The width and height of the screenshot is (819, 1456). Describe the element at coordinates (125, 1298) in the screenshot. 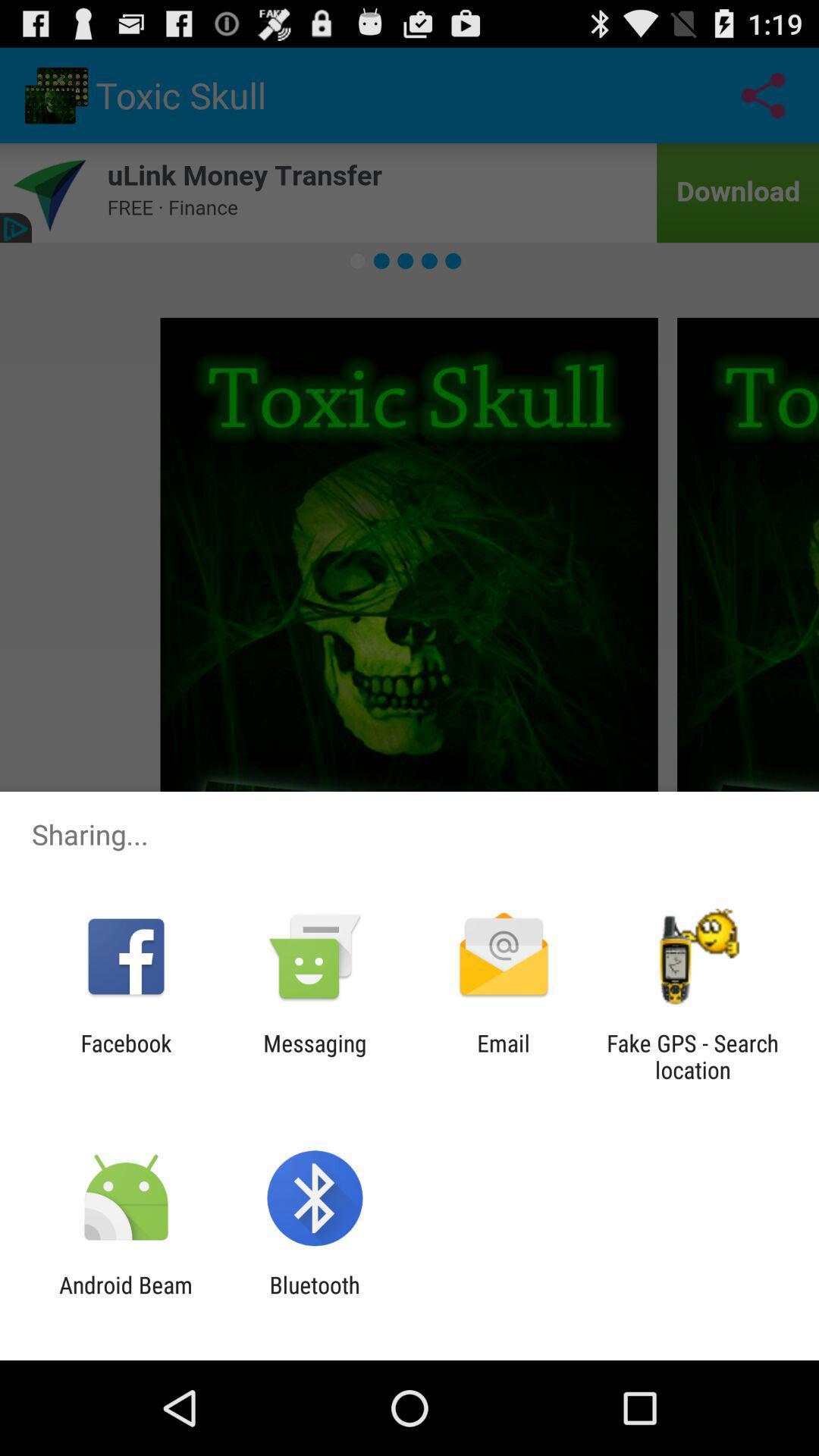

I see `item next to bluetooth app` at that location.